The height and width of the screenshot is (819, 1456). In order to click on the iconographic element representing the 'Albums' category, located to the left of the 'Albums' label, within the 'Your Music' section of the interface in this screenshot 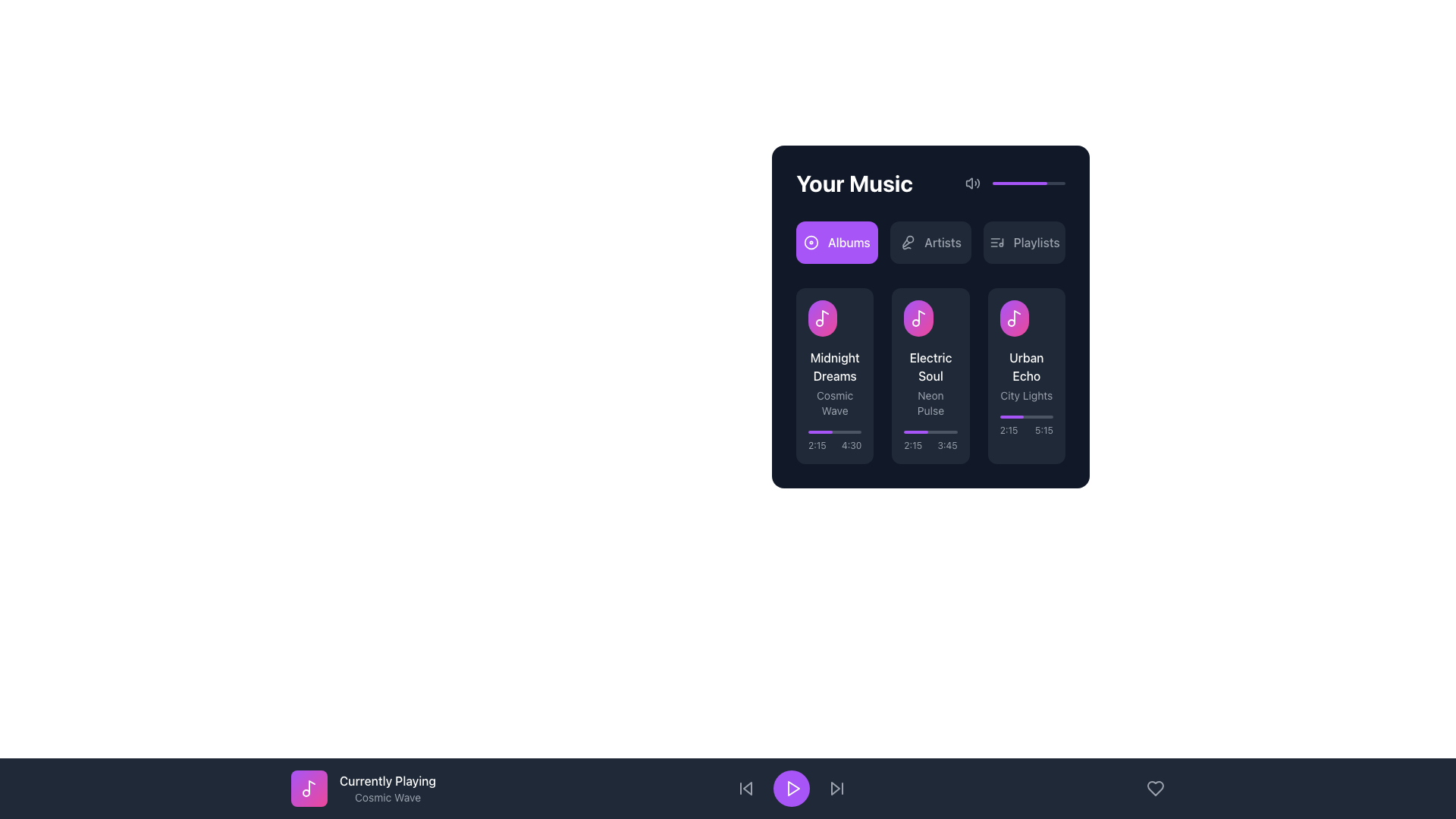, I will do `click(810, 242)`.